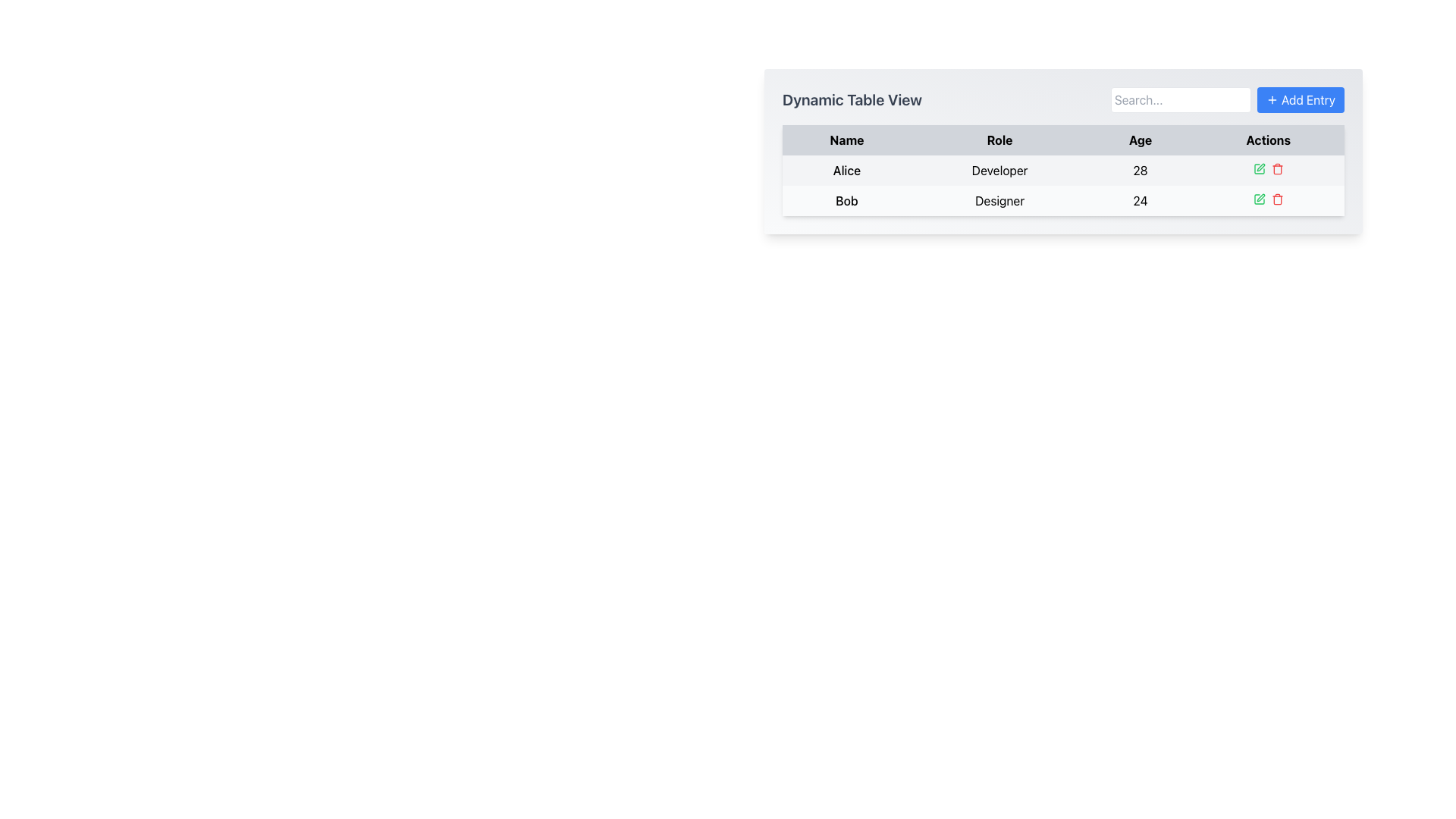 The width and height of the screenshot is (1456, 819). Describe the element at coordinates (999, 140) in the screenshot. I see `the header label 'Role' in the table` at that location.